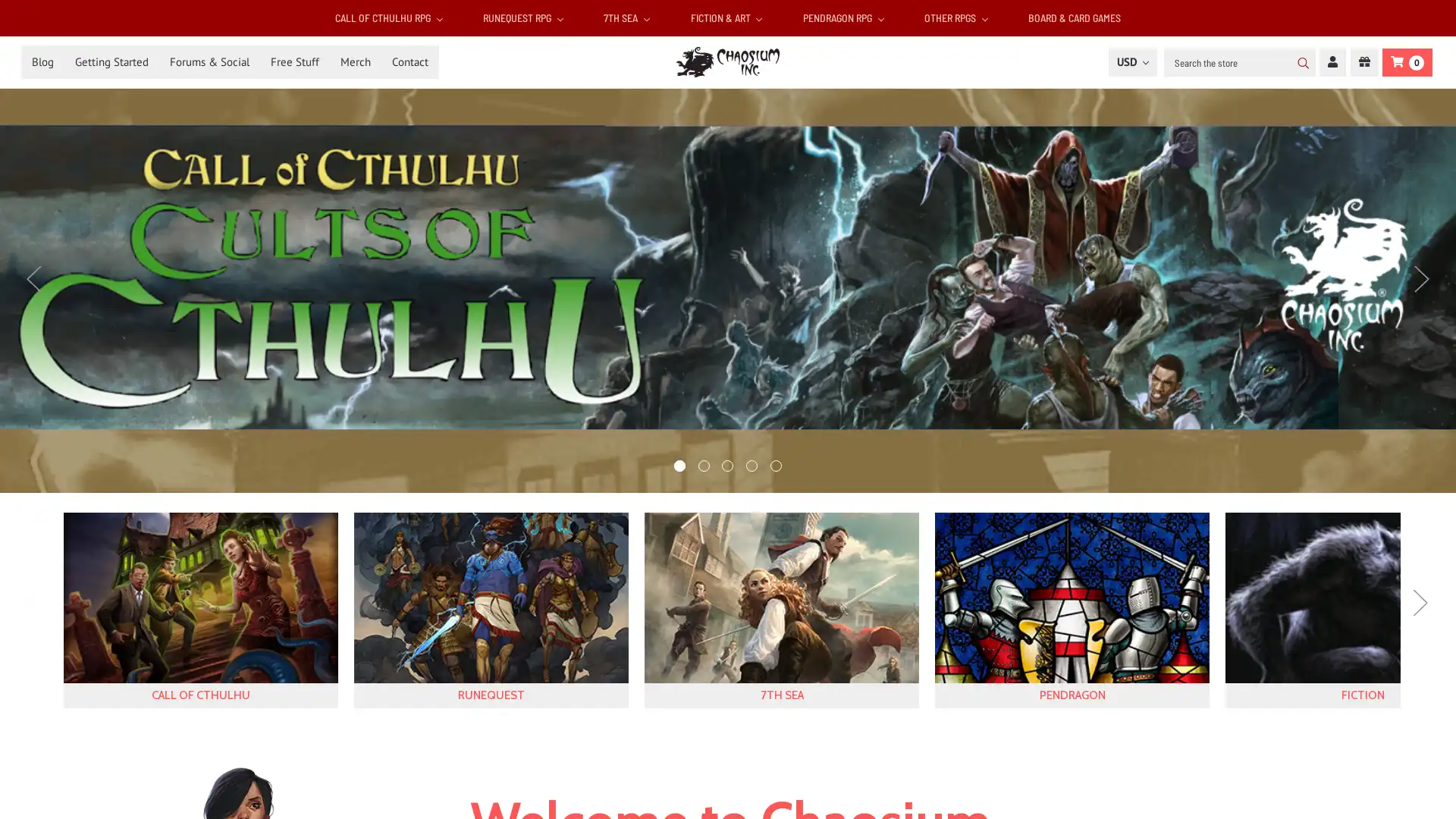  Describe the element at coordinates (35, 617) in the screenshot. I see `Previous` at that location.